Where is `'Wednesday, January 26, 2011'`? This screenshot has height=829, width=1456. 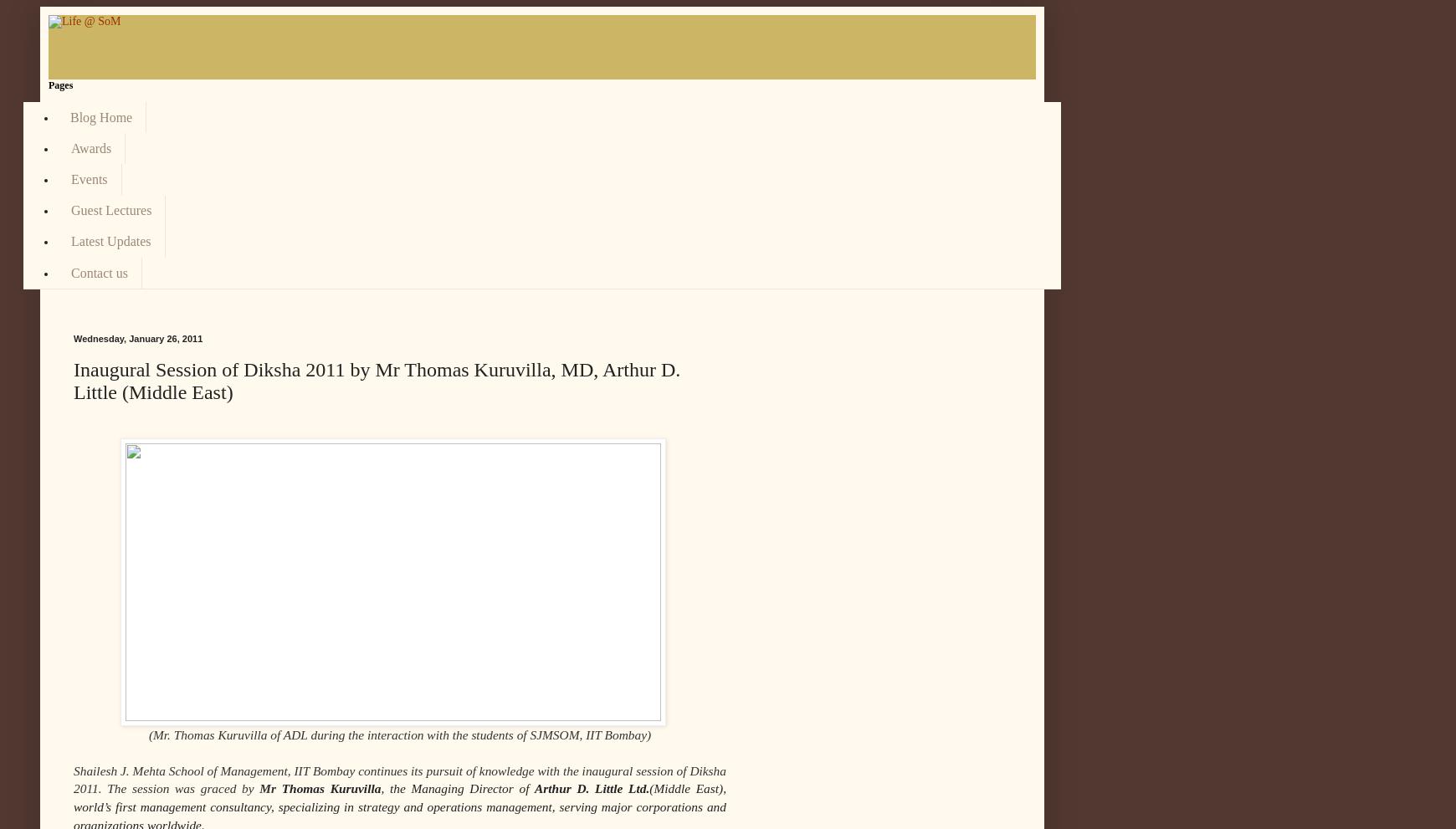
'Wednesday, January 26, 2011' is located at coordinates (73, 338).